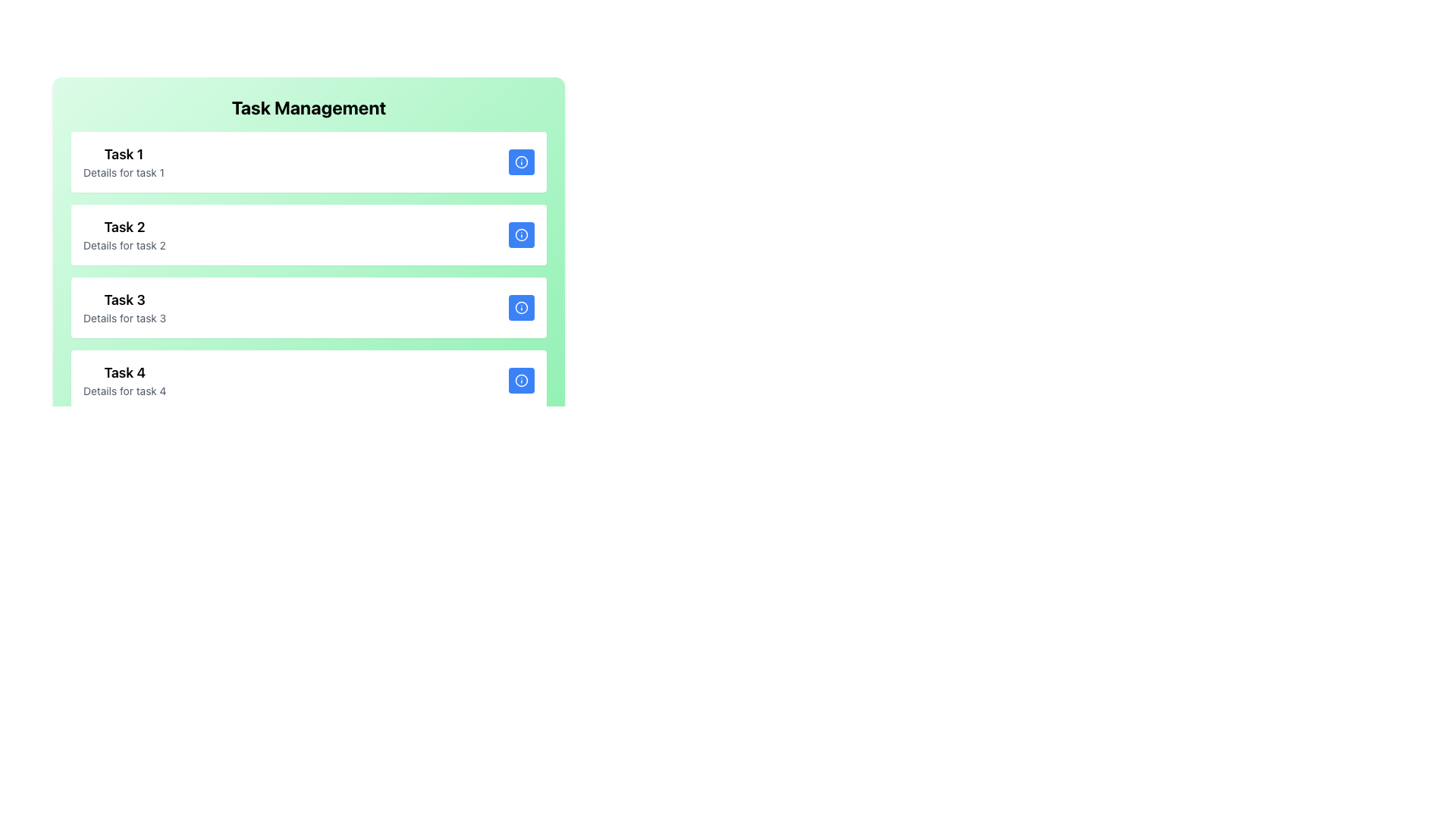 The width and height of the screenshot is (1456, 819). Describe the element at coordinates (124, 234) in the screenshot. I see `the text block titled 'Task 2' which includes a bolded title and a smaller gray description` at that location.